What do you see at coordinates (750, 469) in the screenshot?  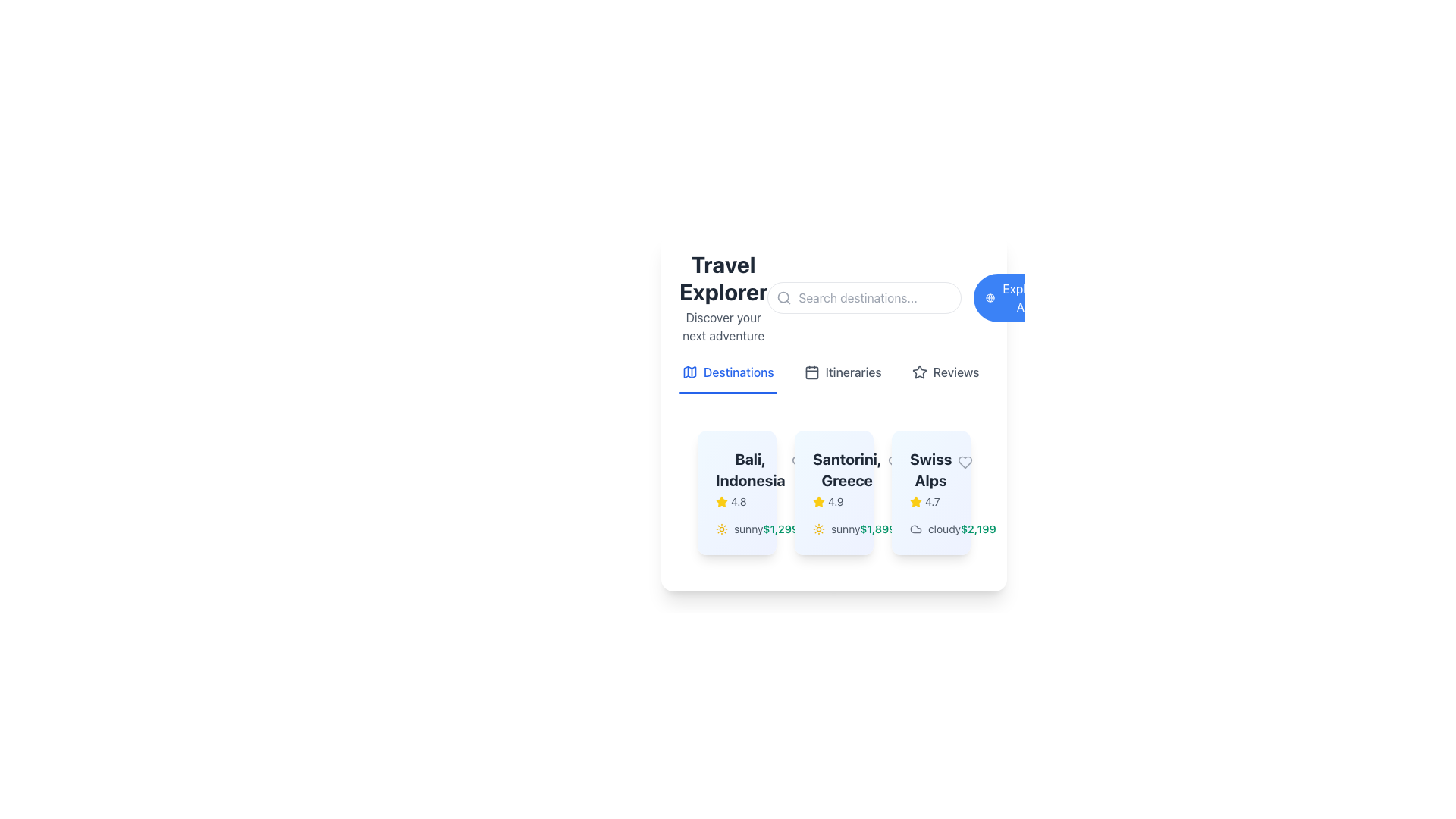 I see `the static text 'Bali, Indonesia' which labels the destination on the first card in the horizontally aligned group of cards` at bounding box center [750, 469].